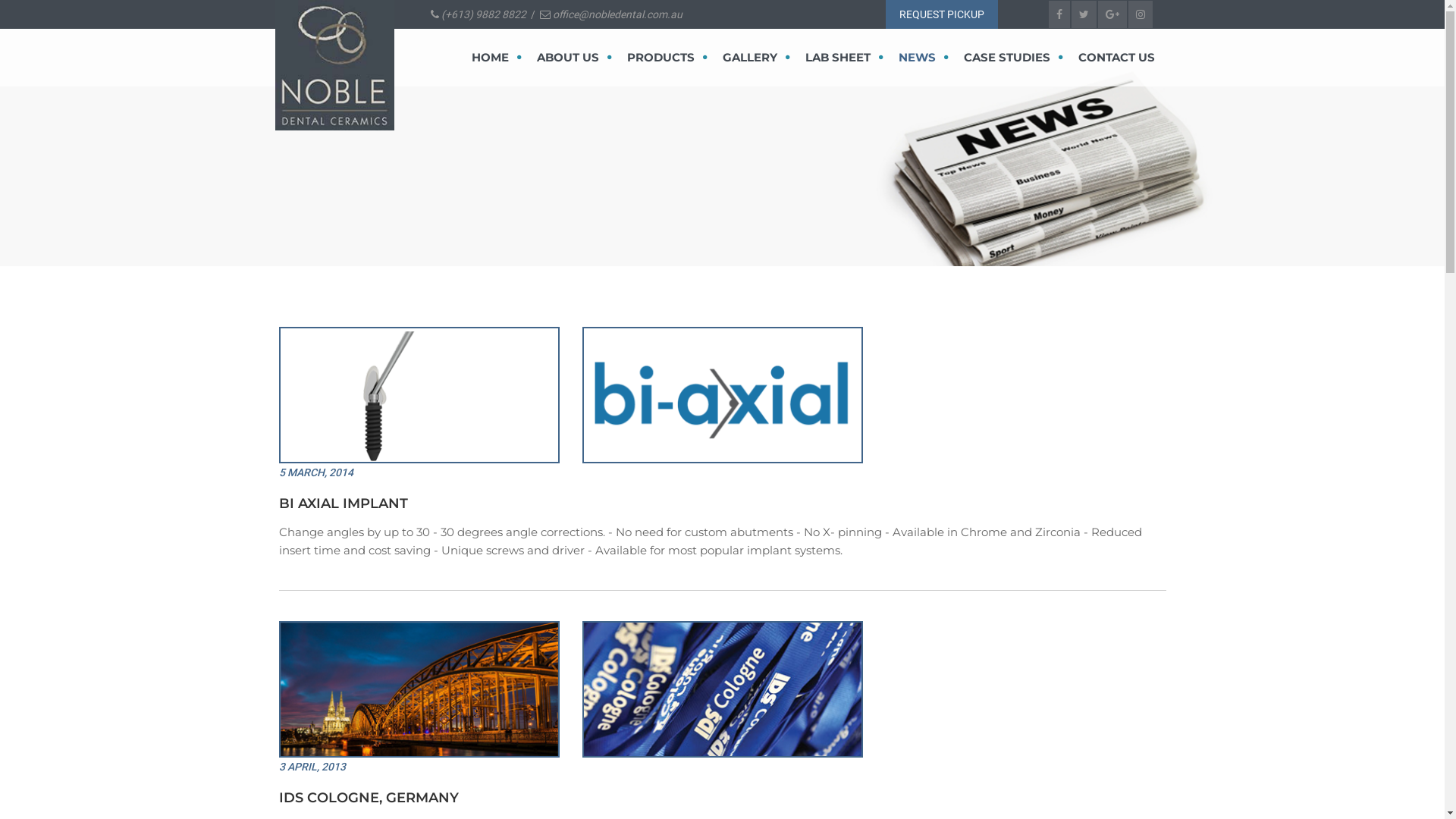 The height and width of the screenshot is (819, 1456). Describe the element at coordinates (899, 14) in the screenshot. I see `'REQUEST PICKUP'` at that location.